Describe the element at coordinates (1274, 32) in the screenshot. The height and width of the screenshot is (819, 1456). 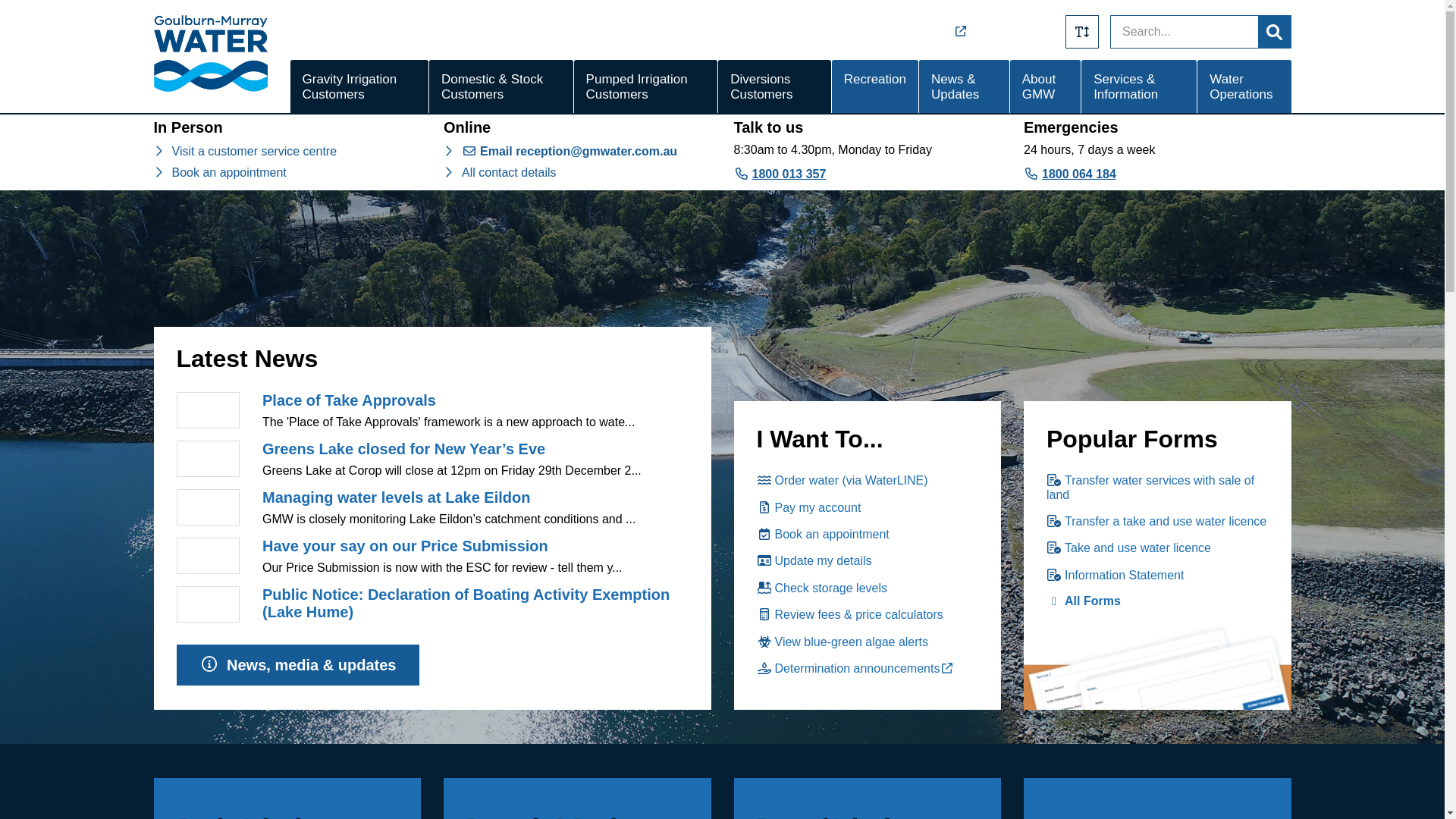
I see `'Search'` at that location.